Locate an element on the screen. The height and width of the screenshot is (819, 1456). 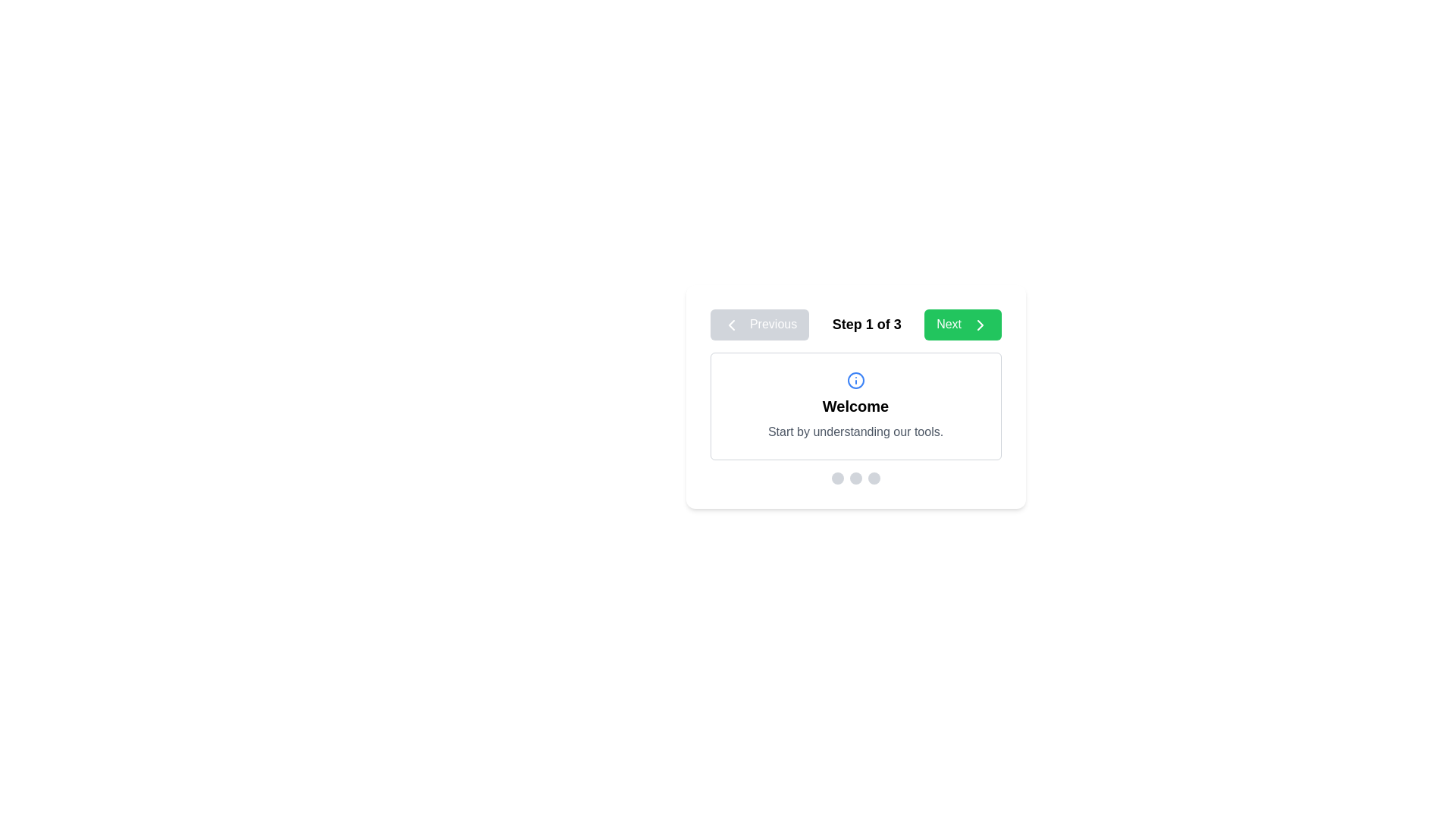
the informational panel that contains the title 'Welcome' and the description 'Start by understanding our tools.', which is centrally placed and surrounded by a light grey border is located at coordinates (855, 405).